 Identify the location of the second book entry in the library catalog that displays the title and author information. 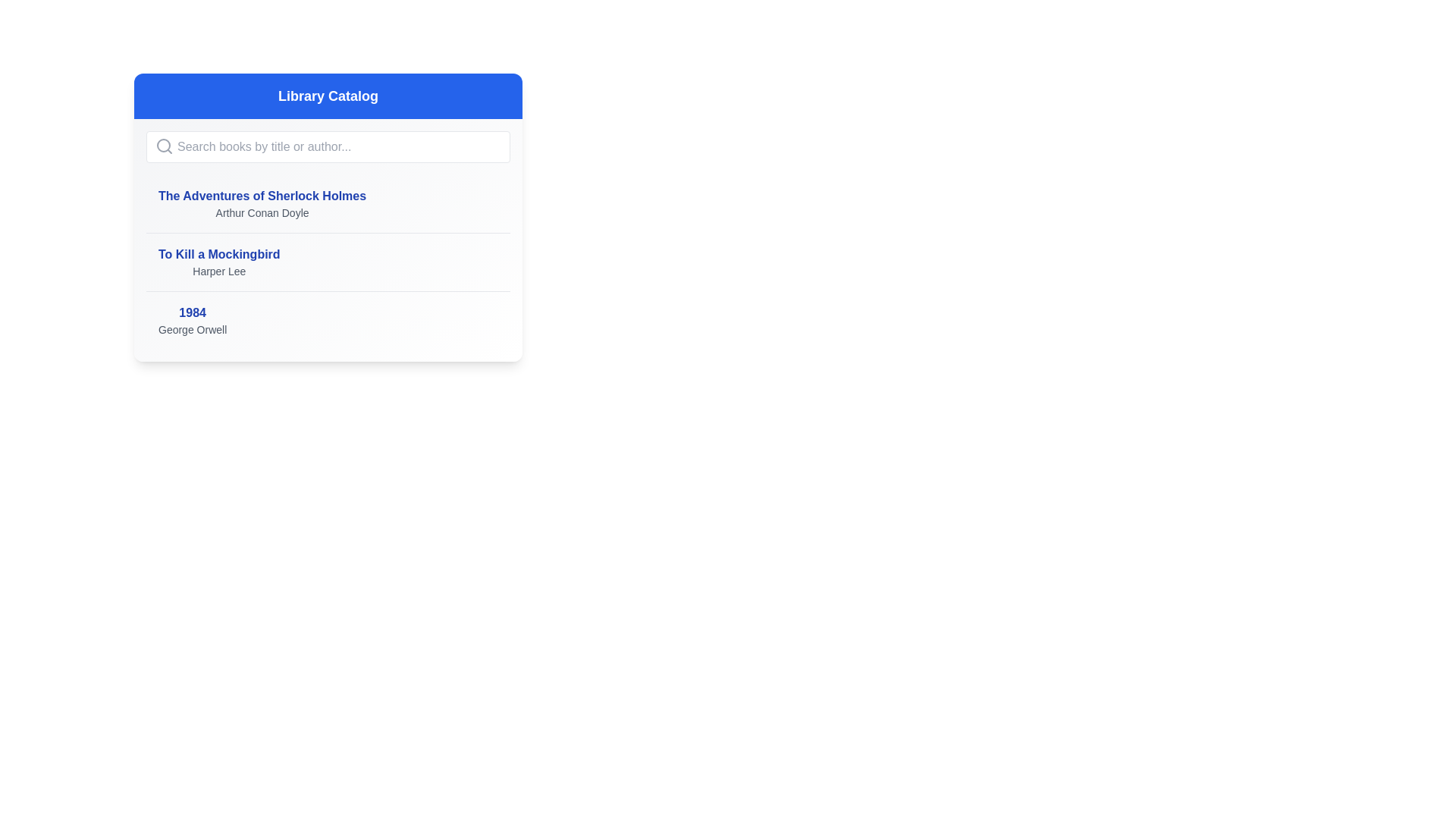
(218, 262).